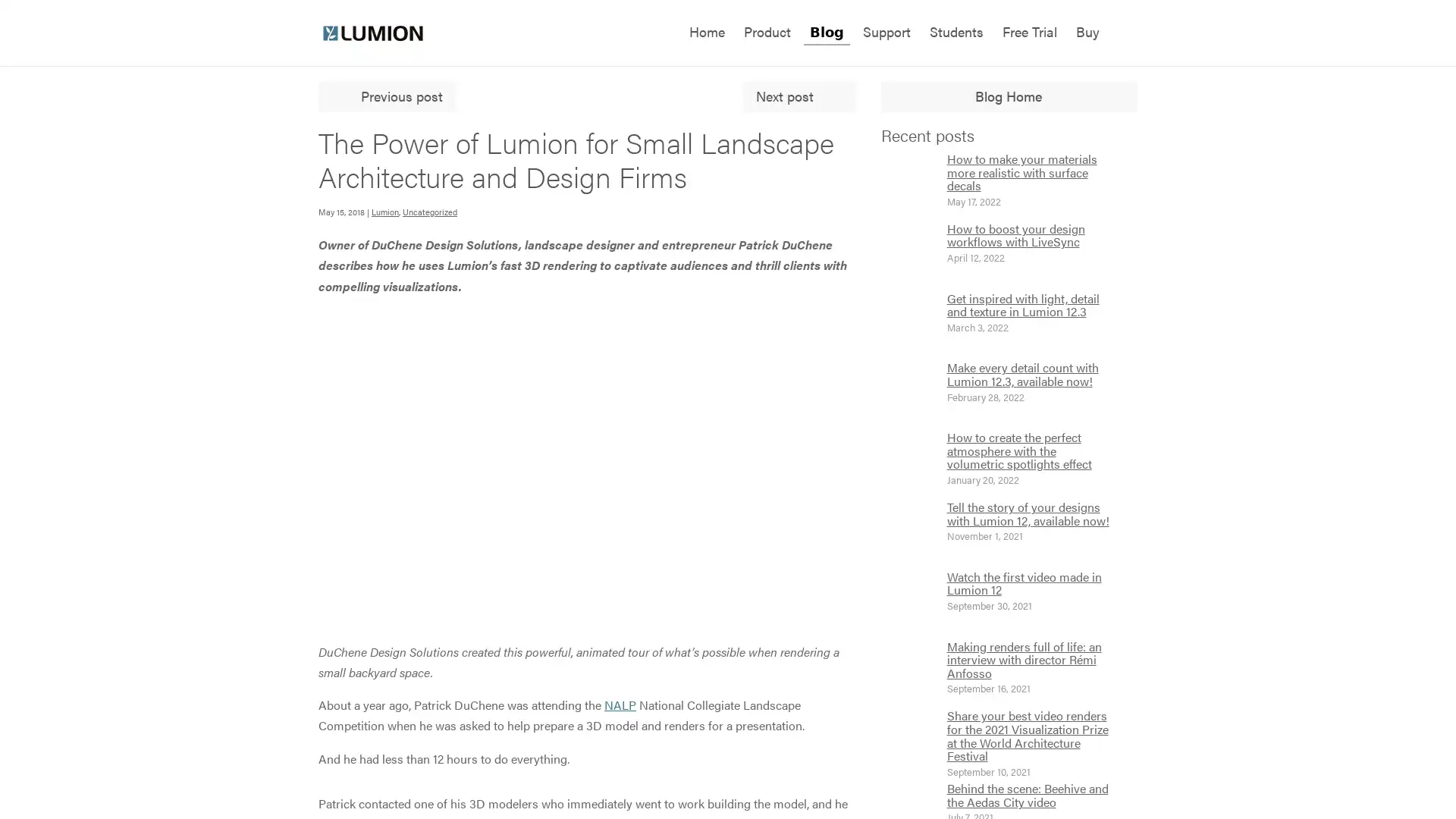  What do you see at coordinates (154, 719) in the screenshot?
I see `Reject All` at bounding box center [154, 719].